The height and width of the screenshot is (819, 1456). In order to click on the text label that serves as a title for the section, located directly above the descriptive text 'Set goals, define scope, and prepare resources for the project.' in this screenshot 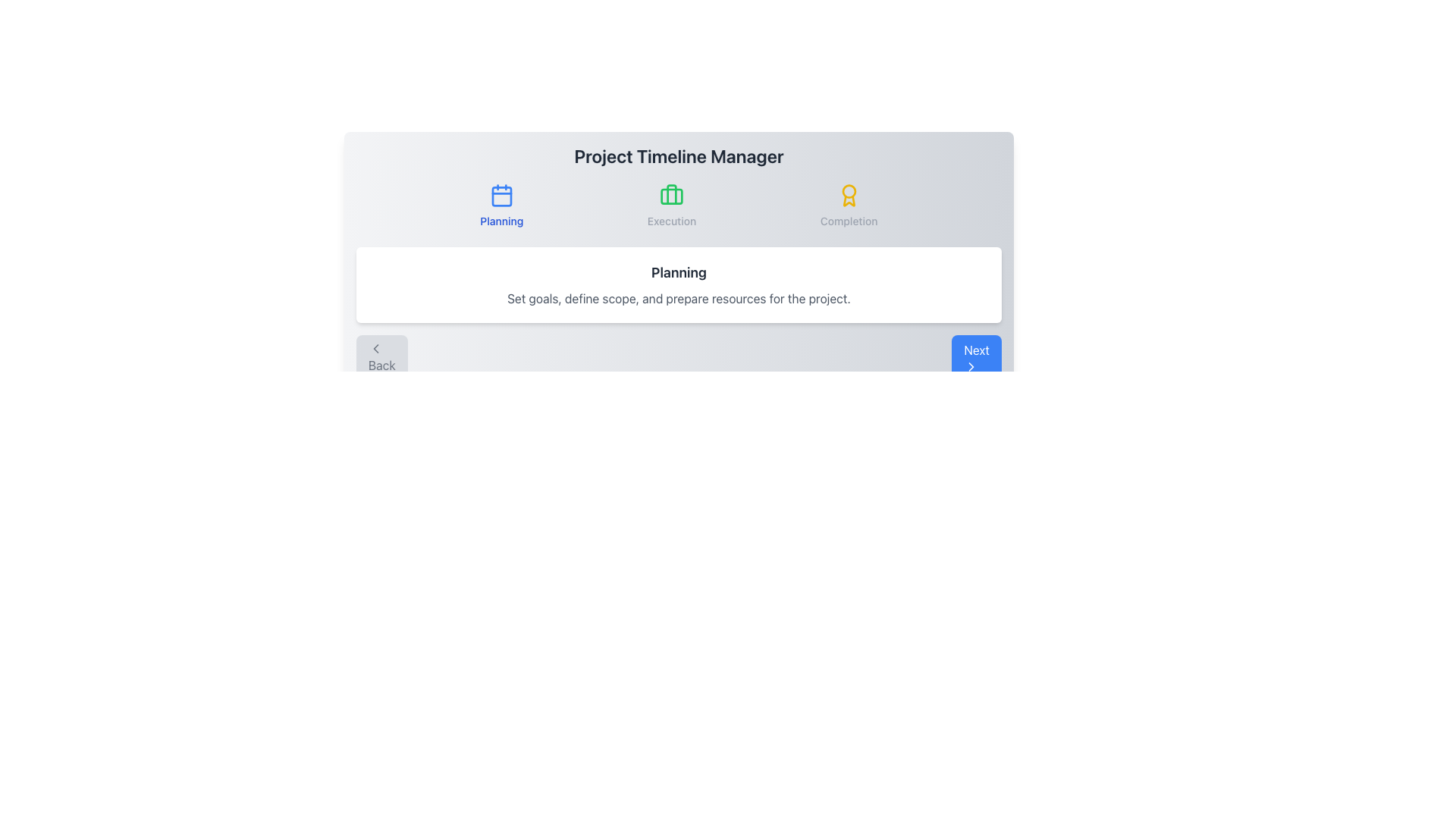, I will do `click(678, 271)`.